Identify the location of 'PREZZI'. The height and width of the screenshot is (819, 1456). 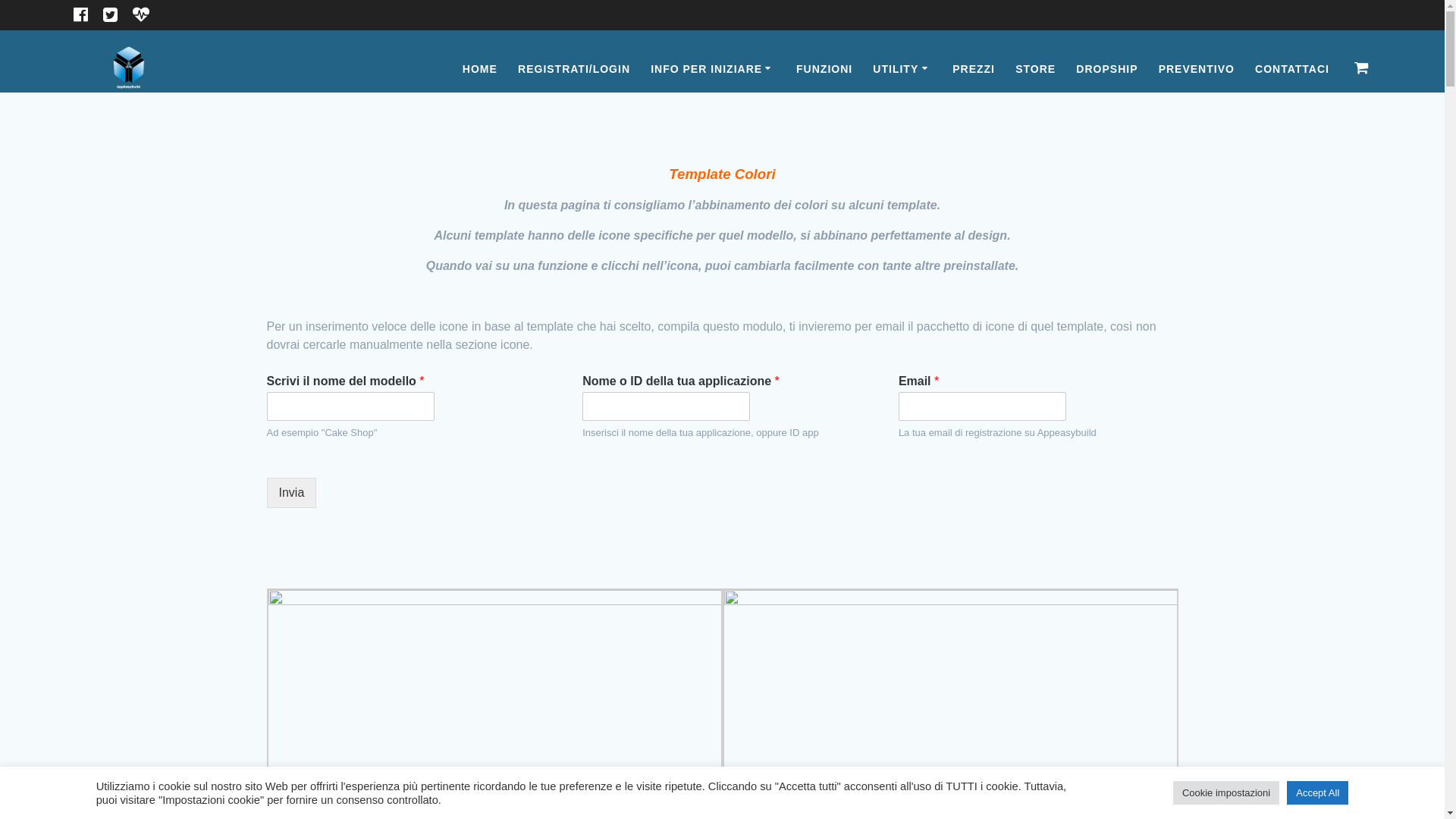
(973, 69).